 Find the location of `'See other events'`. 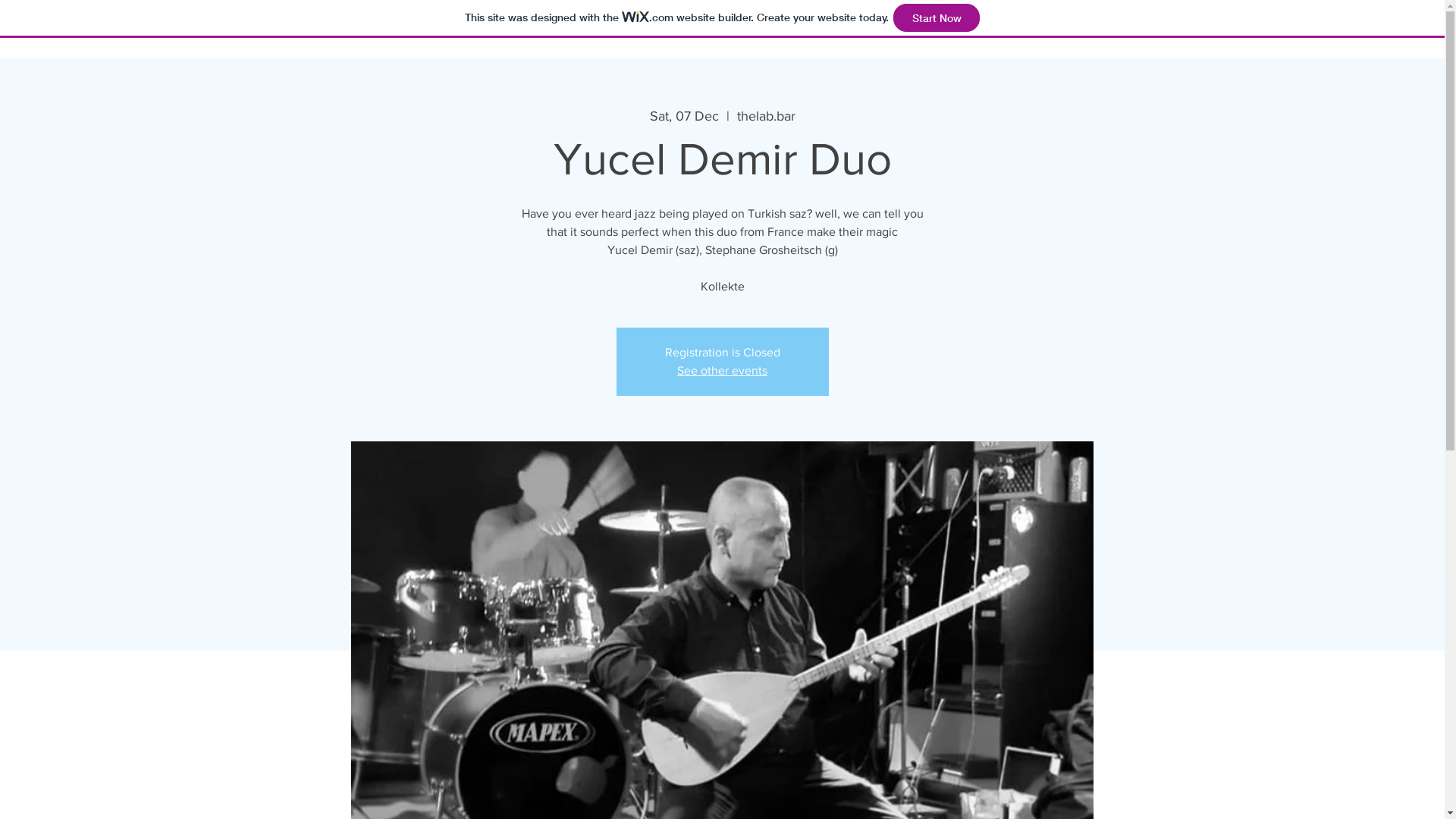

'See other events' is located at coordinates (721, 370).